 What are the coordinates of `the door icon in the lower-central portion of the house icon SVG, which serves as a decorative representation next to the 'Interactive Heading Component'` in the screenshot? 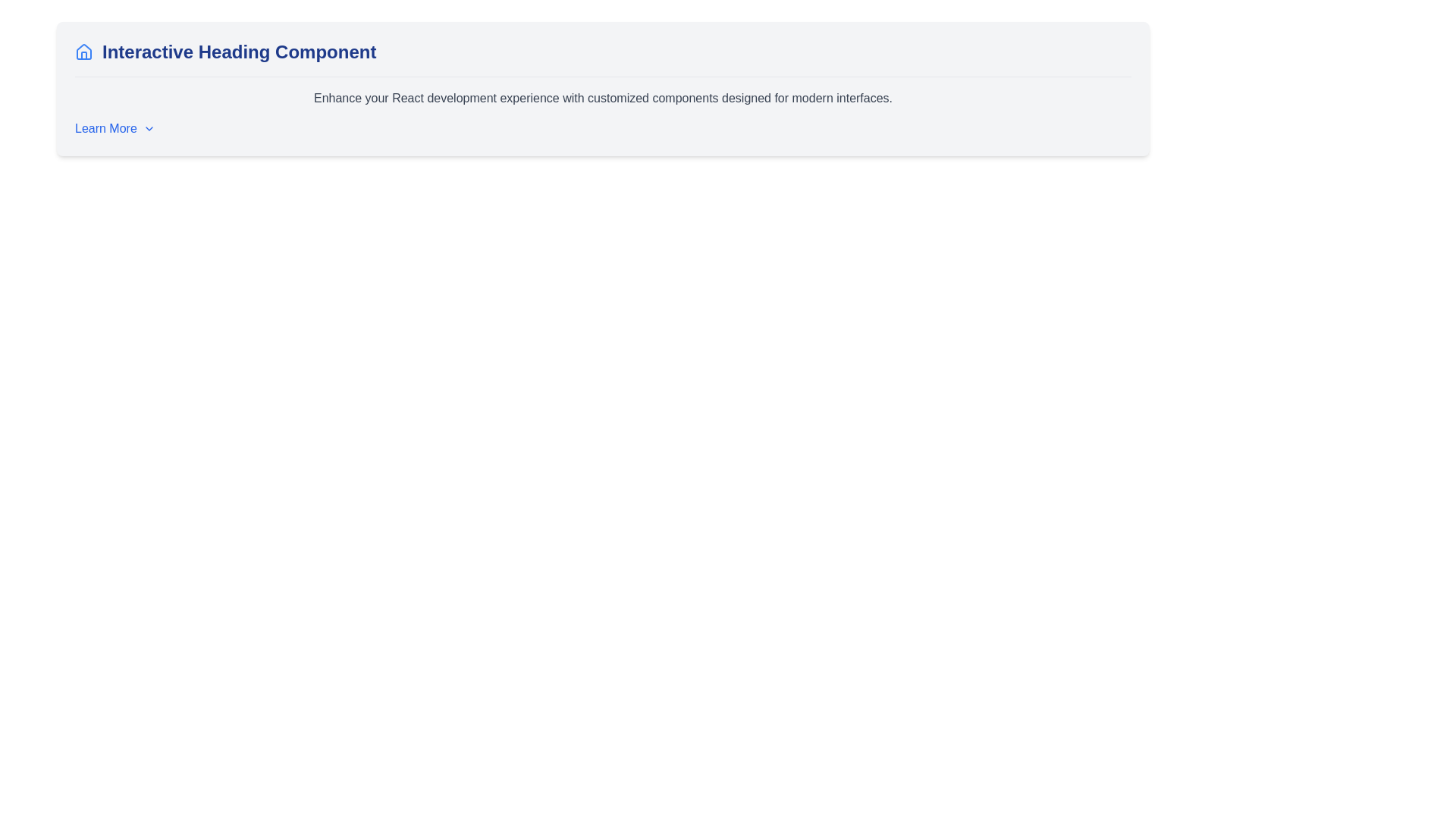 It's located at (83, 55).